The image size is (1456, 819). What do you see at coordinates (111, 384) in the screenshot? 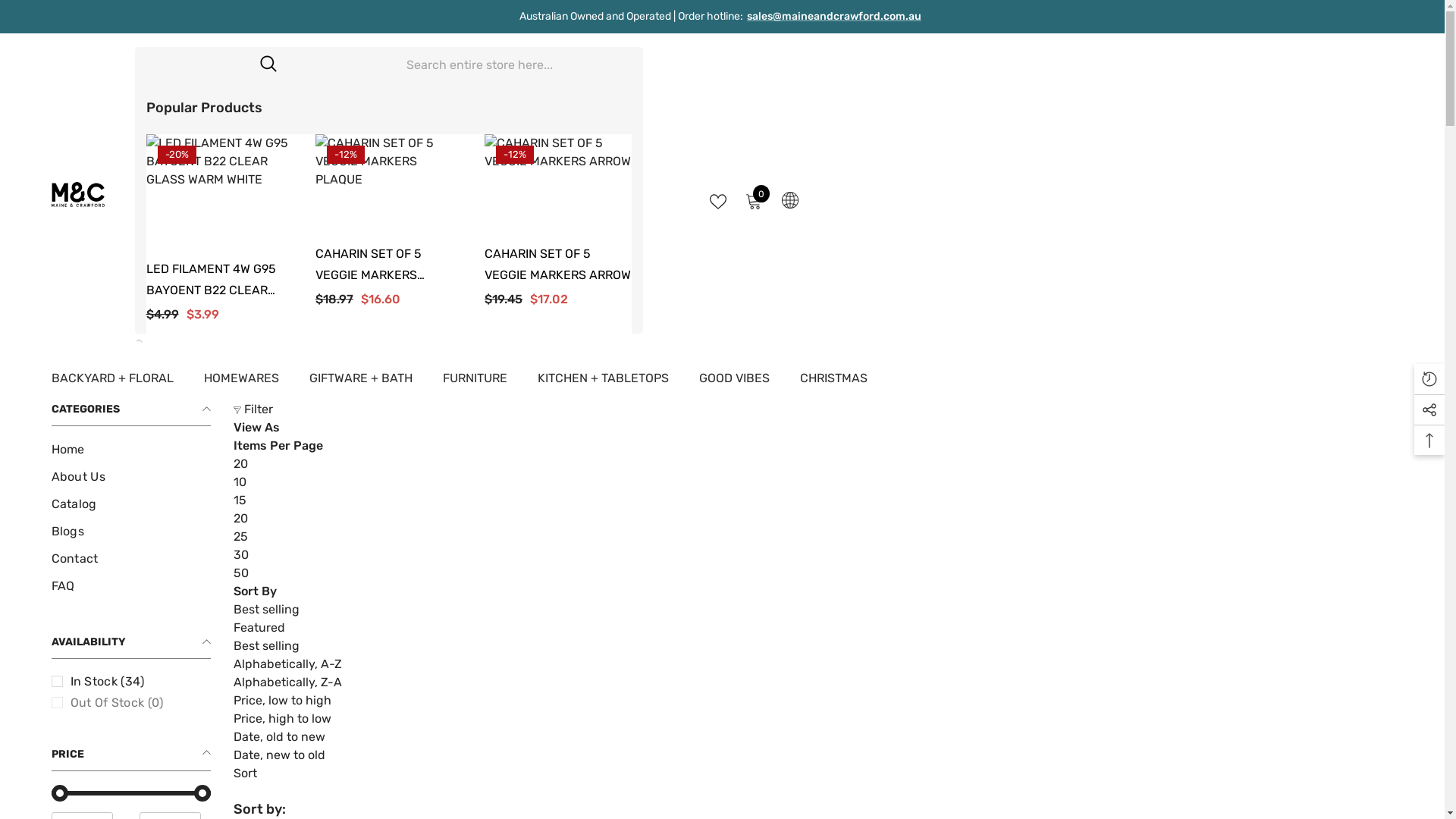
I see `'BACKYARD + FLORAL'` at bounding box center [111, 384].